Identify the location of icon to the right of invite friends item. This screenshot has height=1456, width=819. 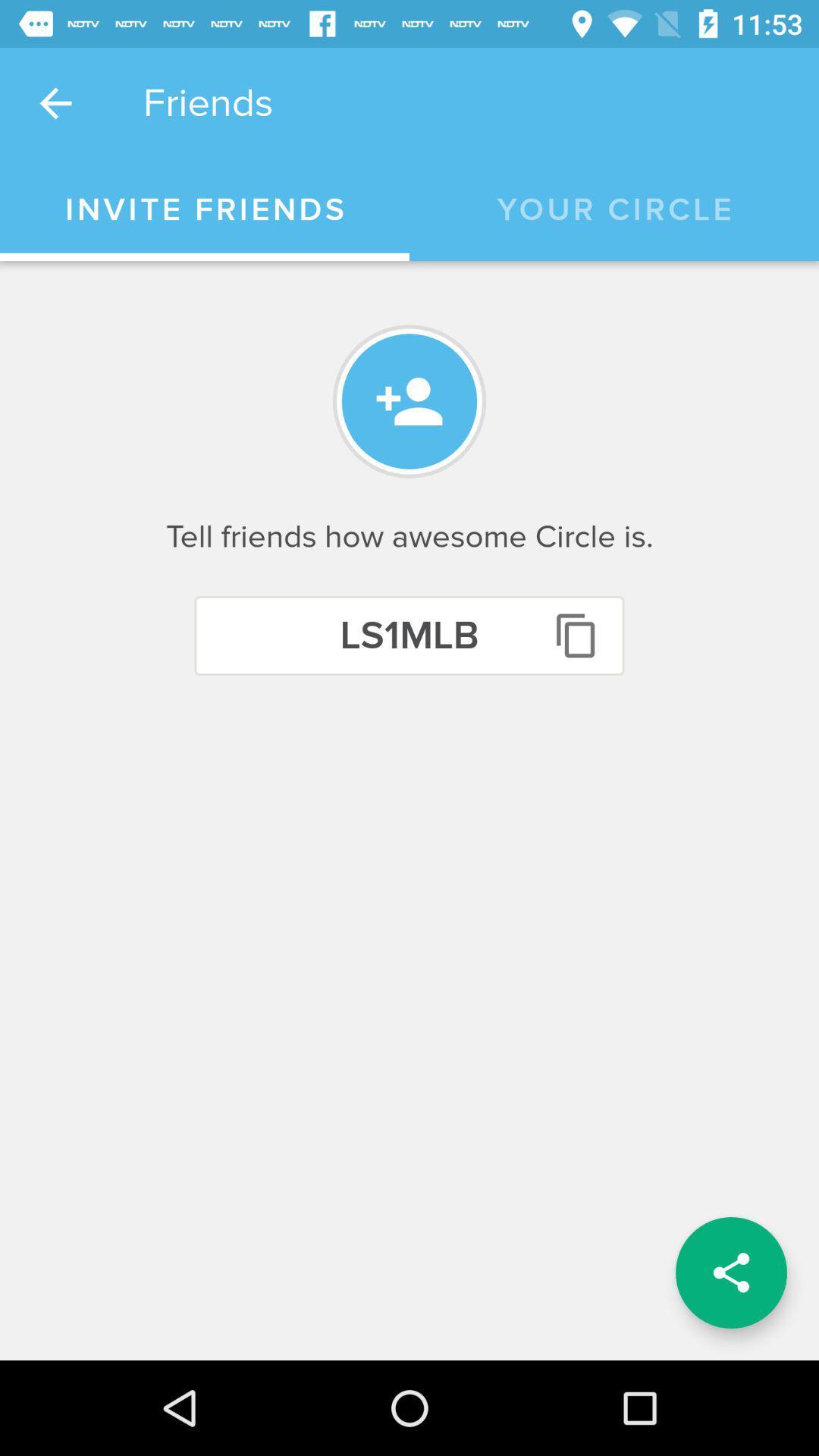
(614, 209).